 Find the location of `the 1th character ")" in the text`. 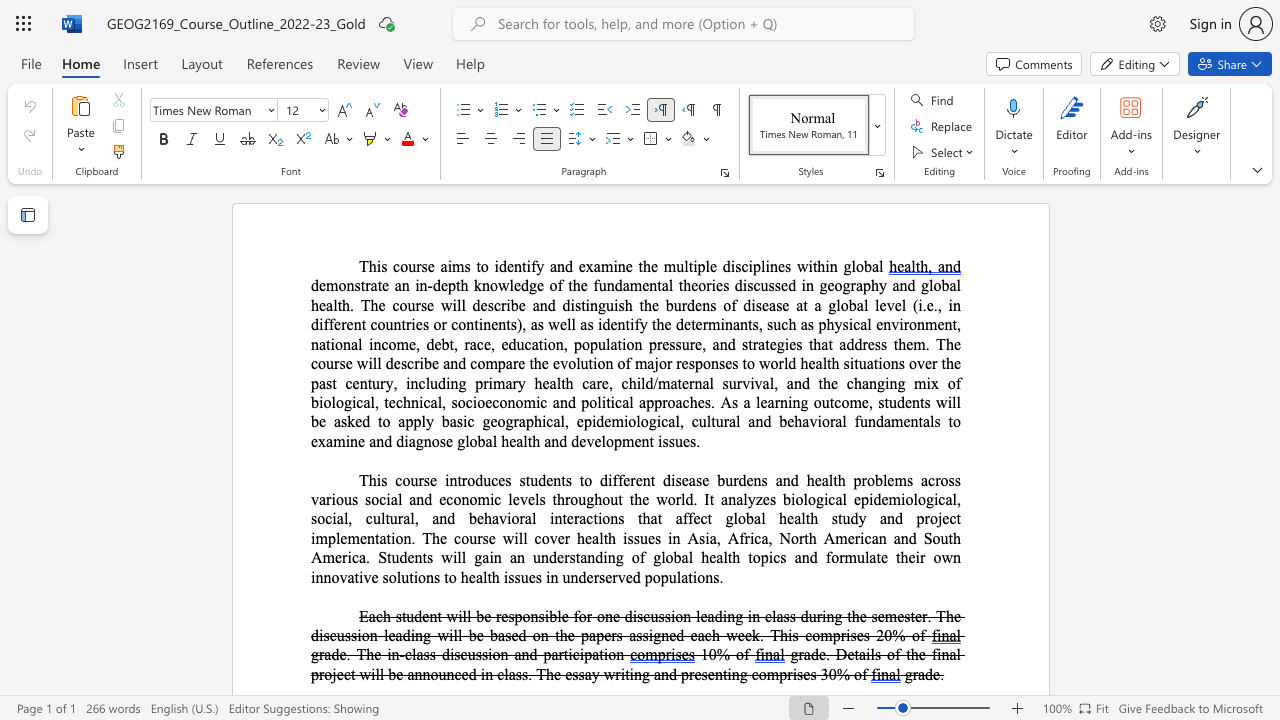

the 1th character ")" in the text is located at coordinates (519, 323).